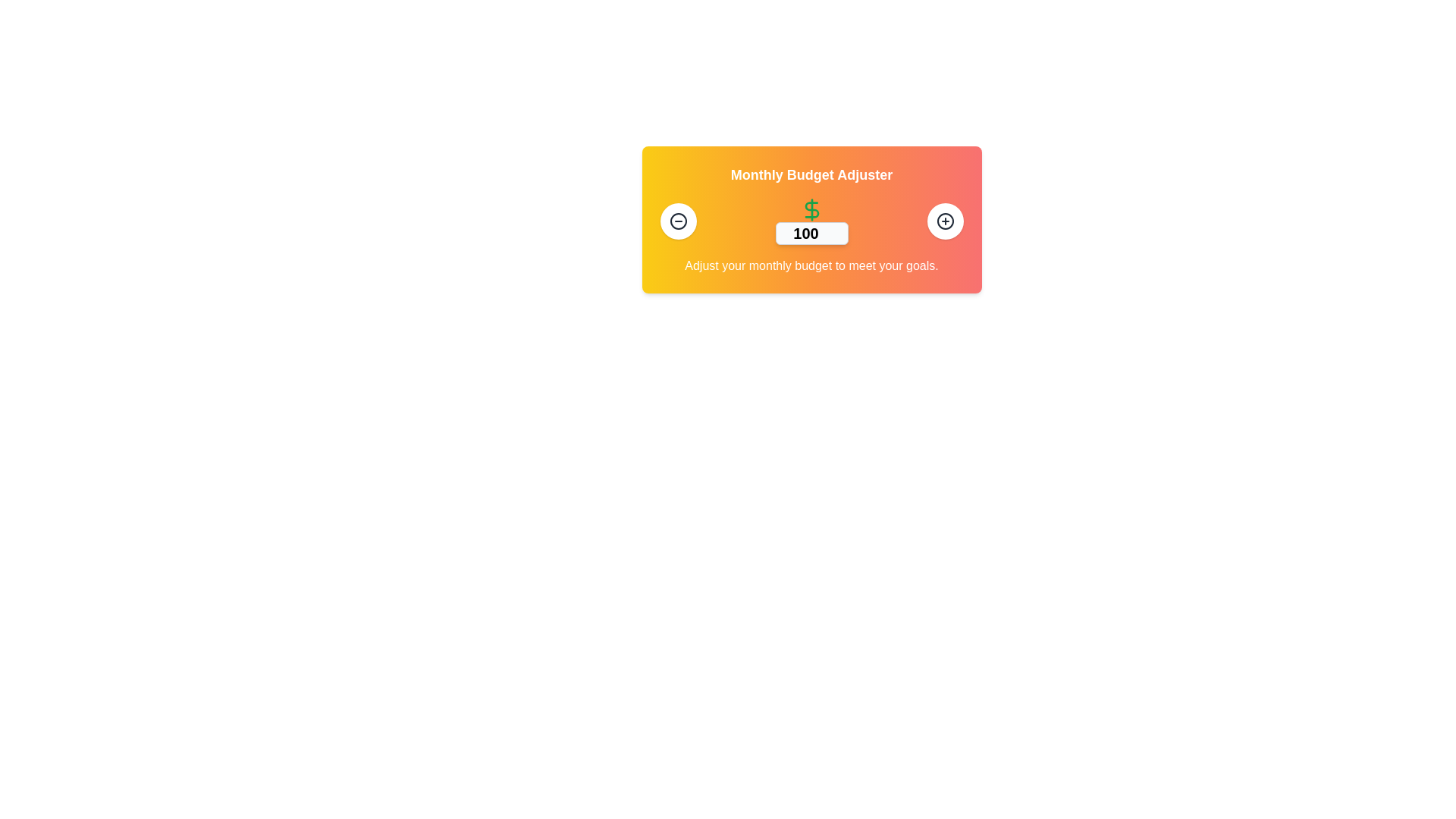 The image size is (1456, 819). I want to click on the rectangular text input field with rounded corners that displays the value '100' in bold black text, which is centered within its light gray background, so click(811, 234).